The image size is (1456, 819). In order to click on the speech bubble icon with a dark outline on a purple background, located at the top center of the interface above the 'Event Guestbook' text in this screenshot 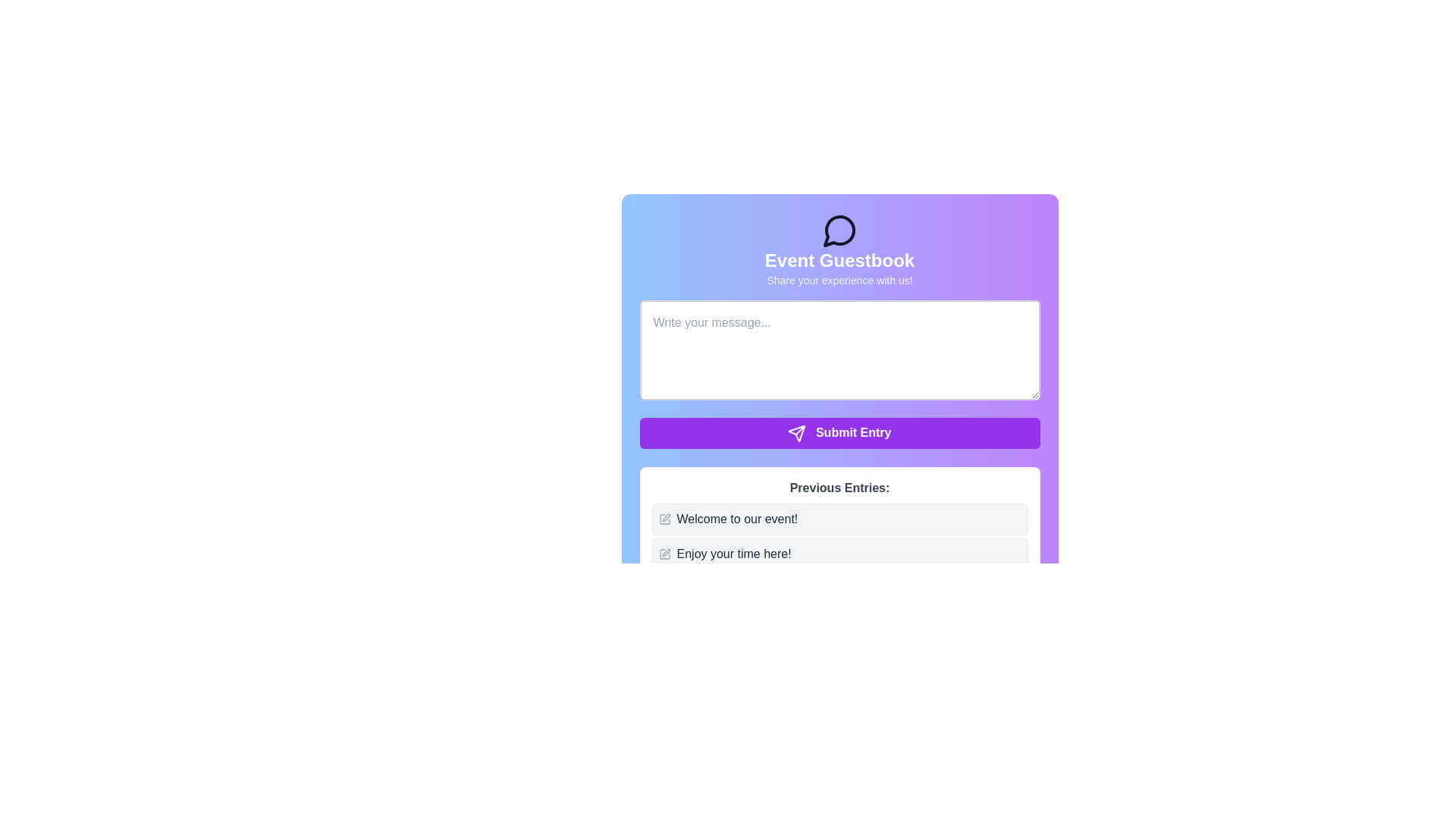, I will do `click(839, 231)`.